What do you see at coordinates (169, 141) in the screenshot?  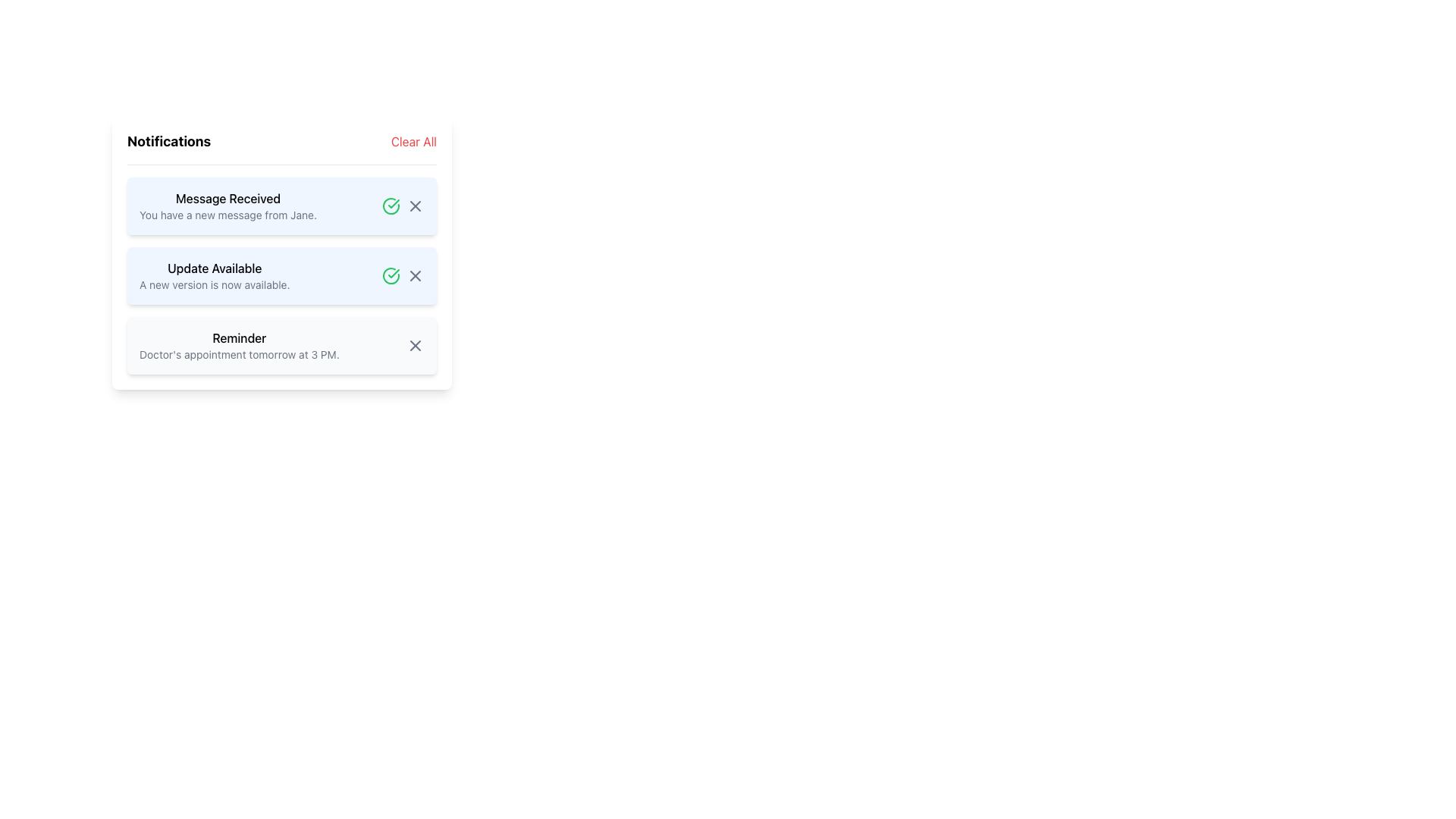 I see `text content of the Text Label that serves as the title for the notification section, displaying 'Clear All'` at bounding box center [169, 141].